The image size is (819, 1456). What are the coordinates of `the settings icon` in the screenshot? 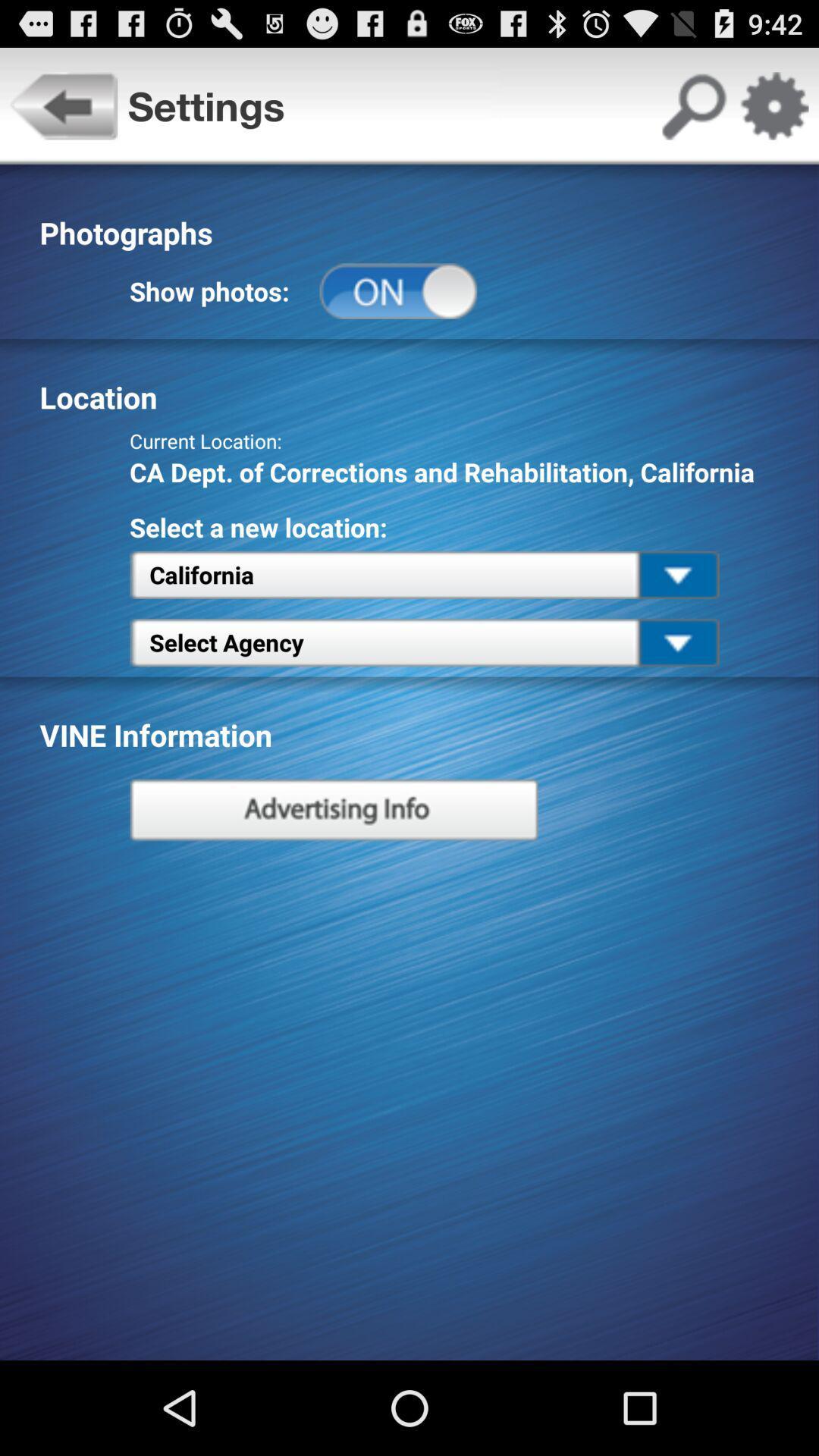 It's located at (773, 112).